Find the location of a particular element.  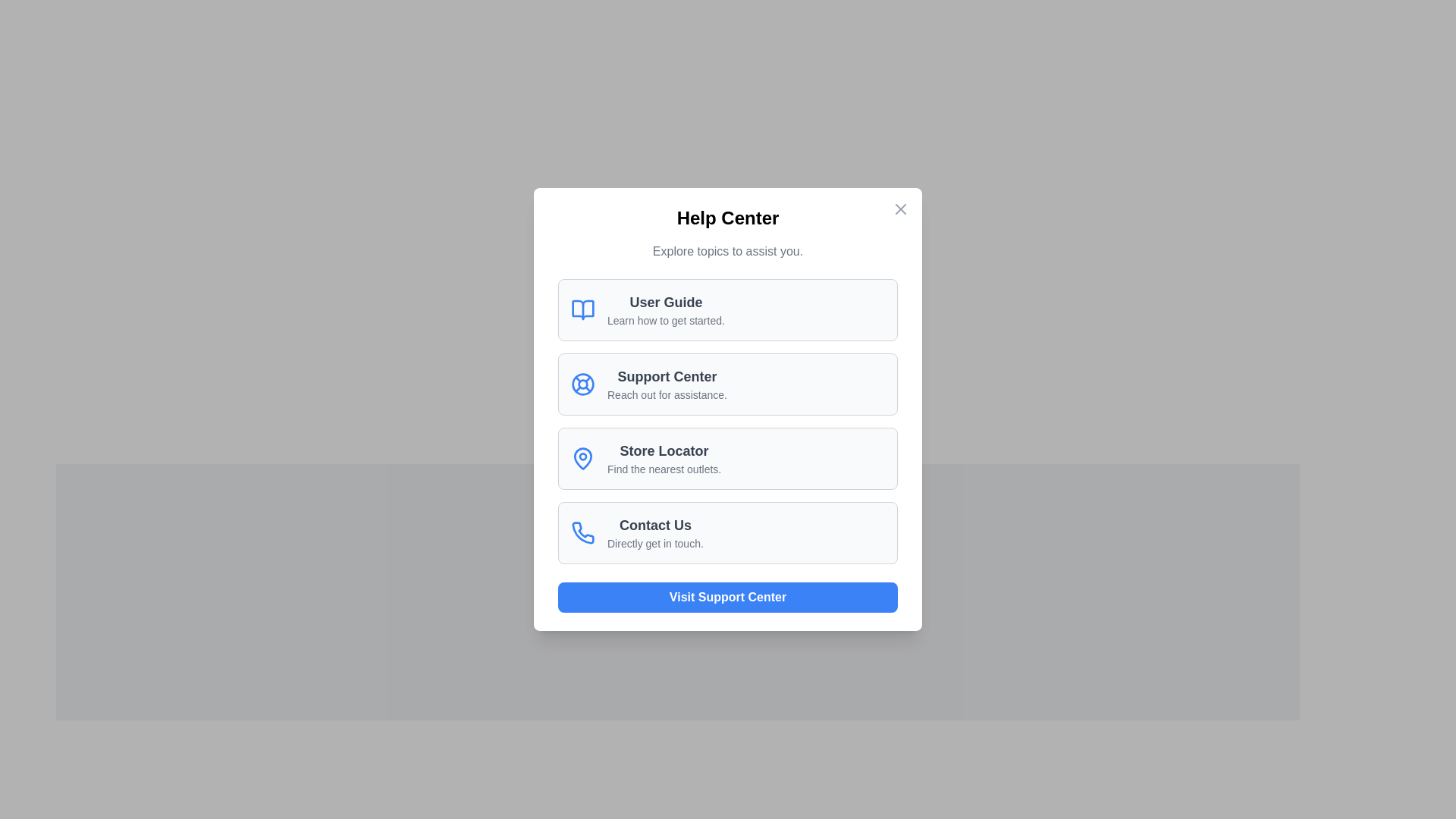

the 'User Guide' text label, which is prominently displayed in bold and larger font within the 'Help Center' modal is located at coordinates (666, 302).